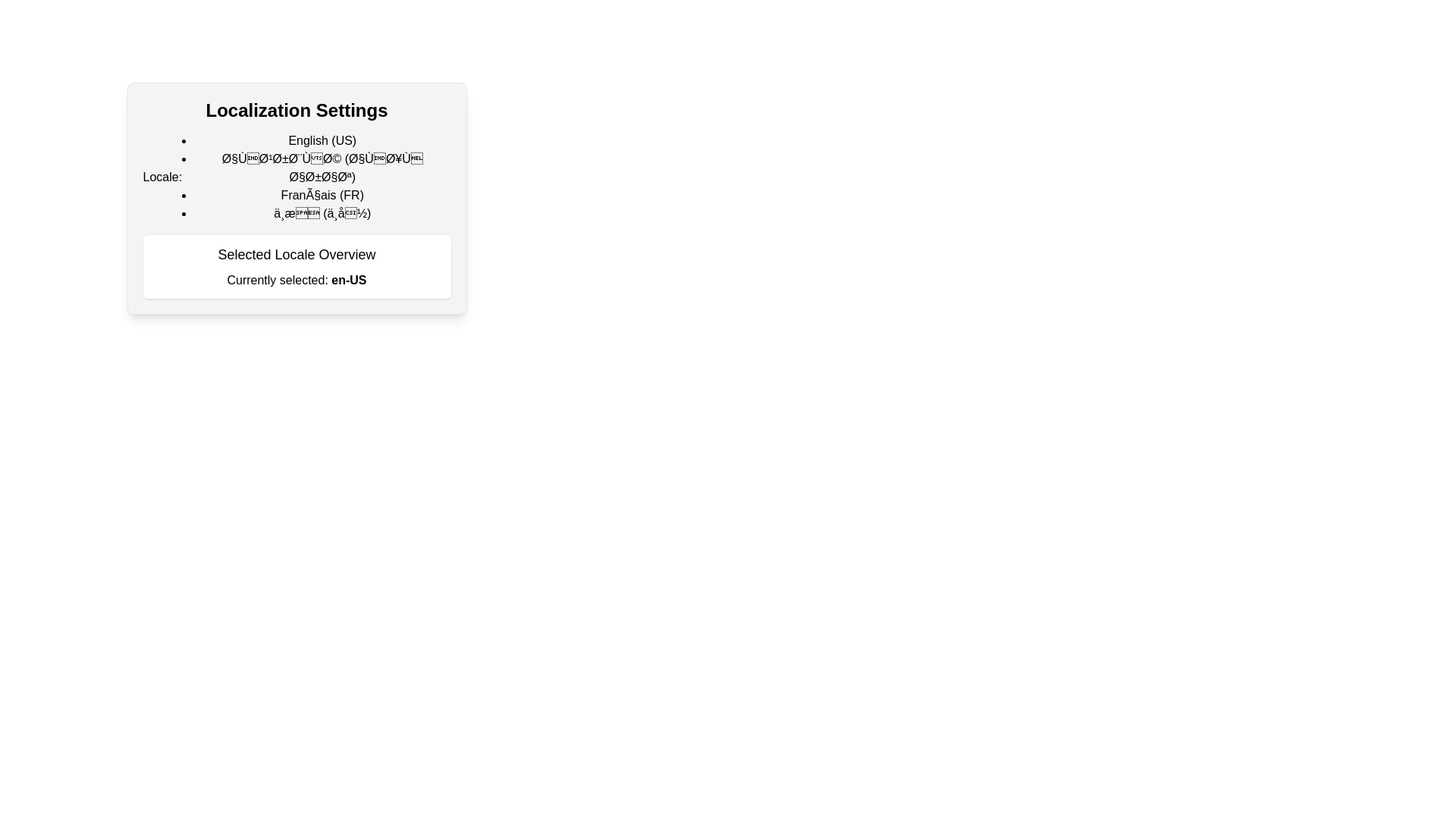 The image size is (1456, 819). Describe the element at coordinates (322, 195) in the screenshot. I see `the 'FranÃ§ais (FR)' locale text label in the localization settings` at that location.